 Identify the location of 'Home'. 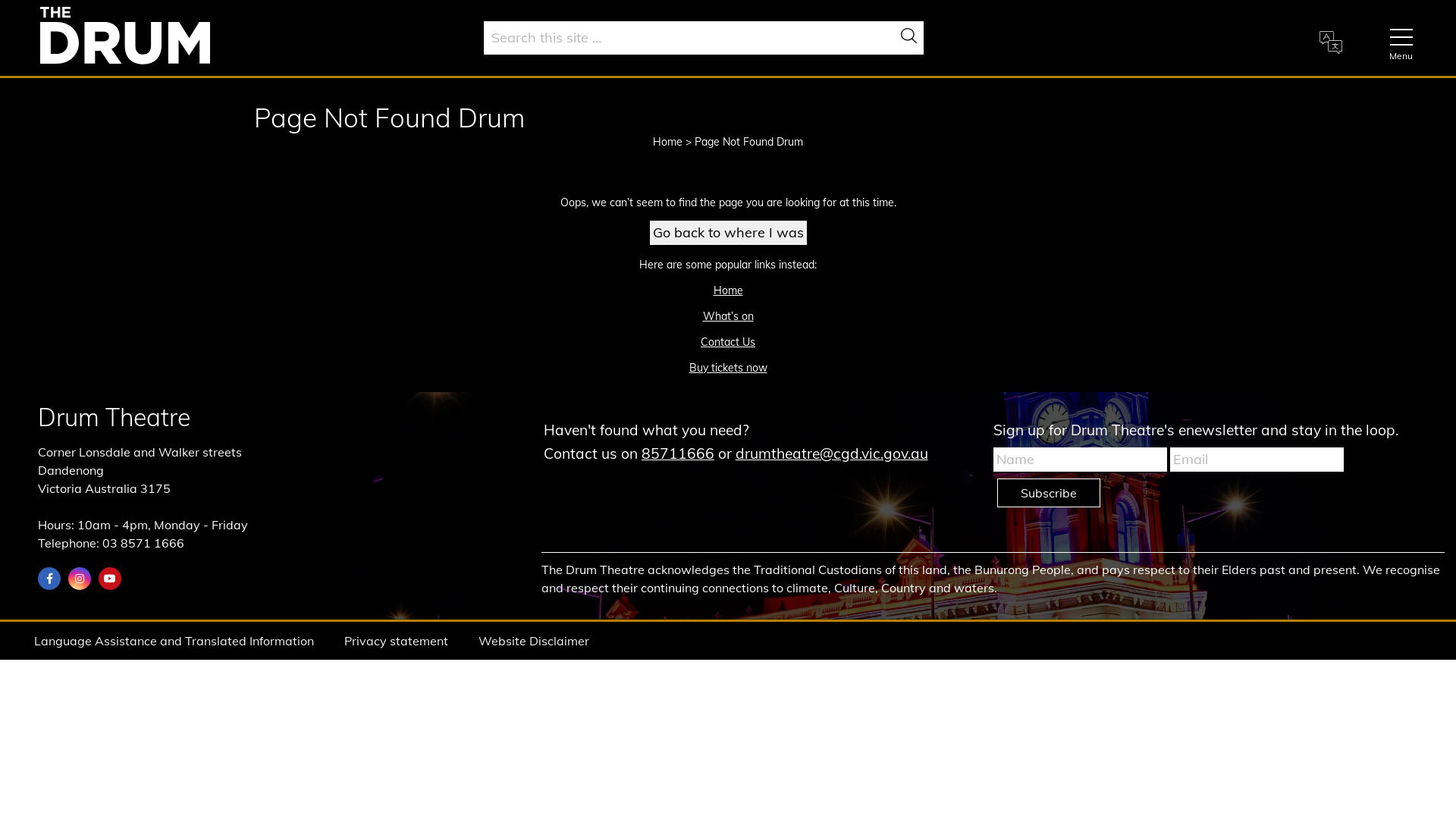
(37, 34).